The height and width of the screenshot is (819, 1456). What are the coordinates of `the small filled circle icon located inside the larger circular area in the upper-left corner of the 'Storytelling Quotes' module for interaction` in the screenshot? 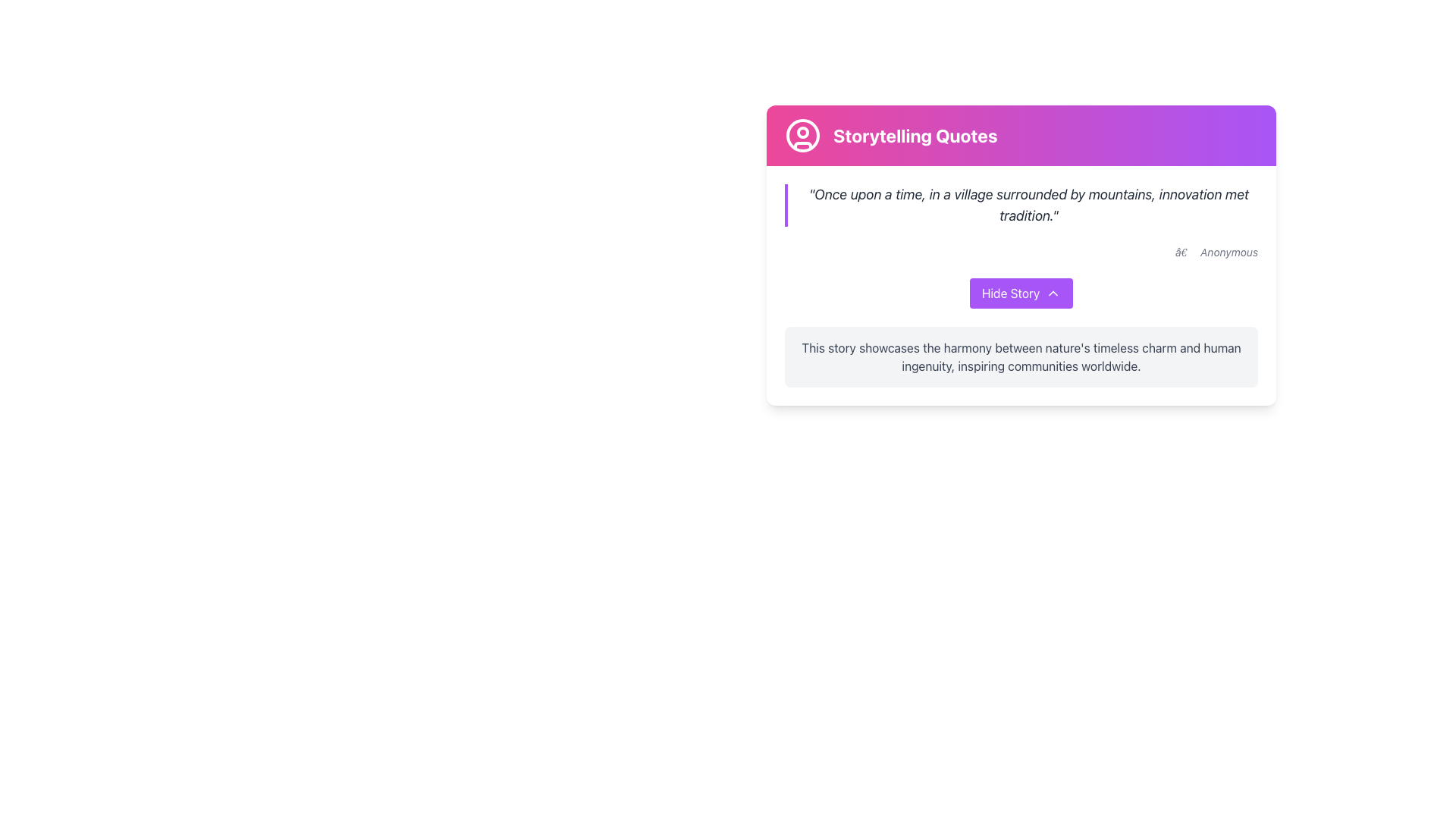 It's located at (802, 131).